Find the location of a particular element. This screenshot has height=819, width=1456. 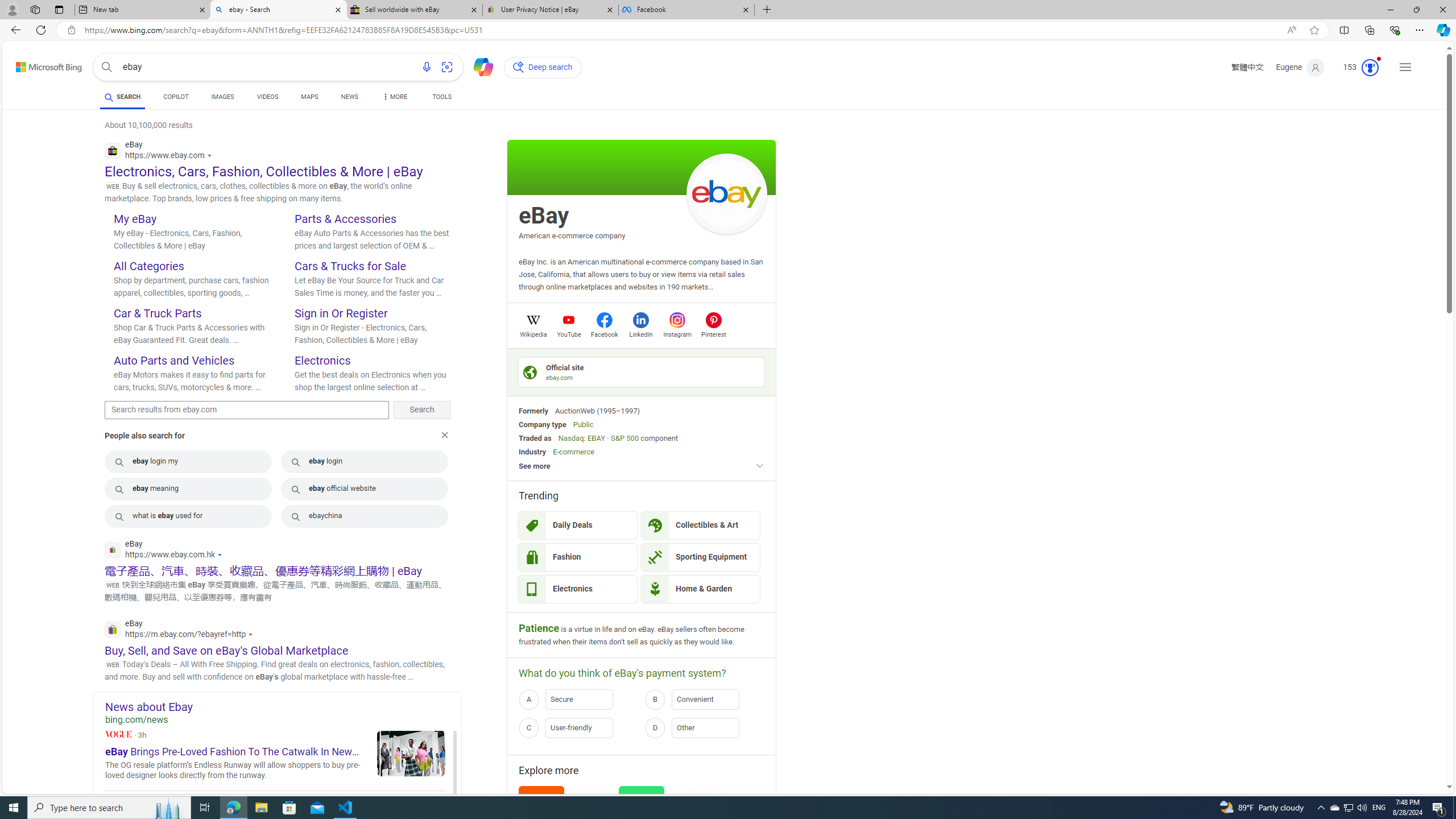

'D Other' is located at coordinates (705, 727).